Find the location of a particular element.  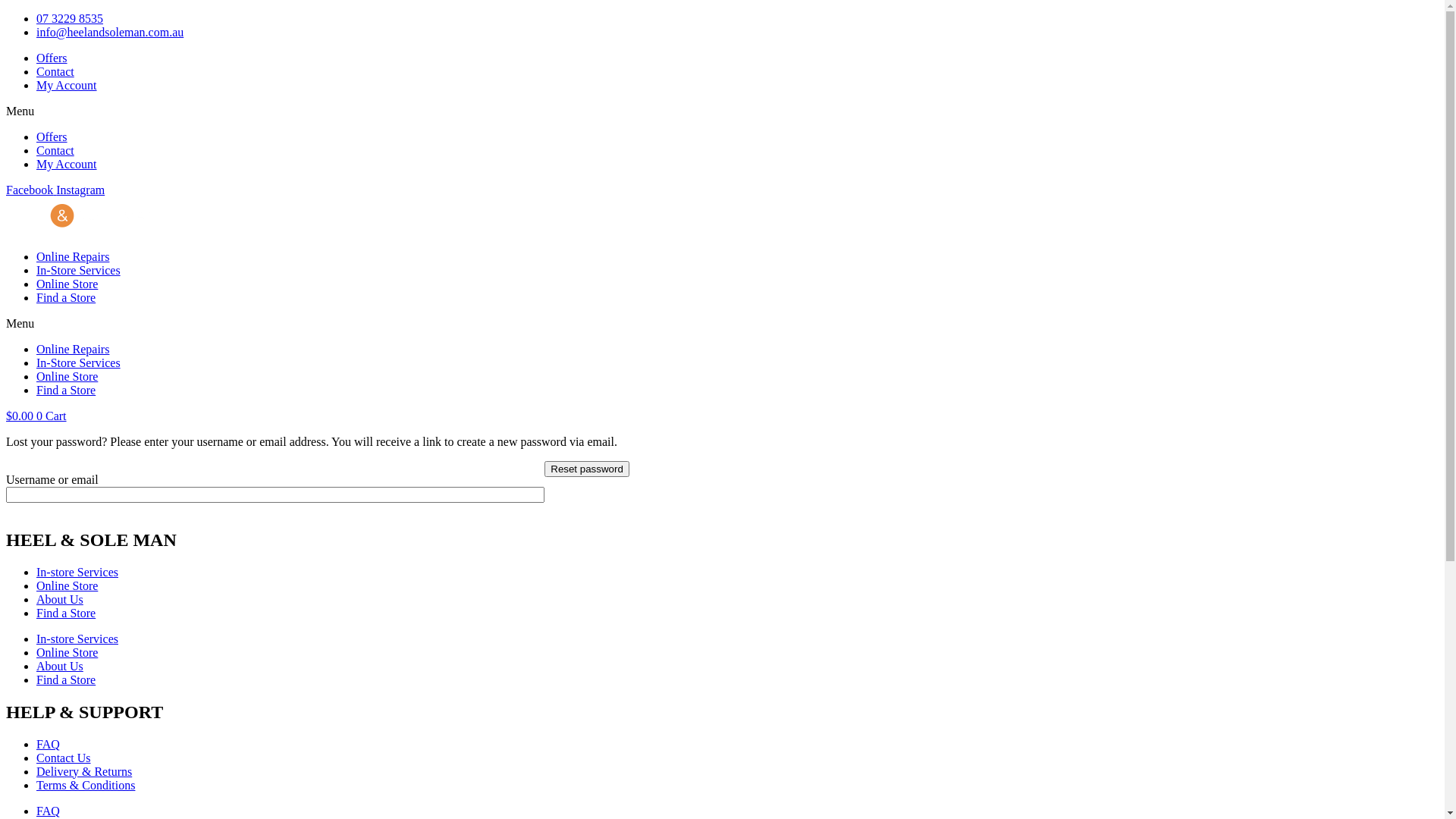

'About Us' is located at coordinates (36, 665).